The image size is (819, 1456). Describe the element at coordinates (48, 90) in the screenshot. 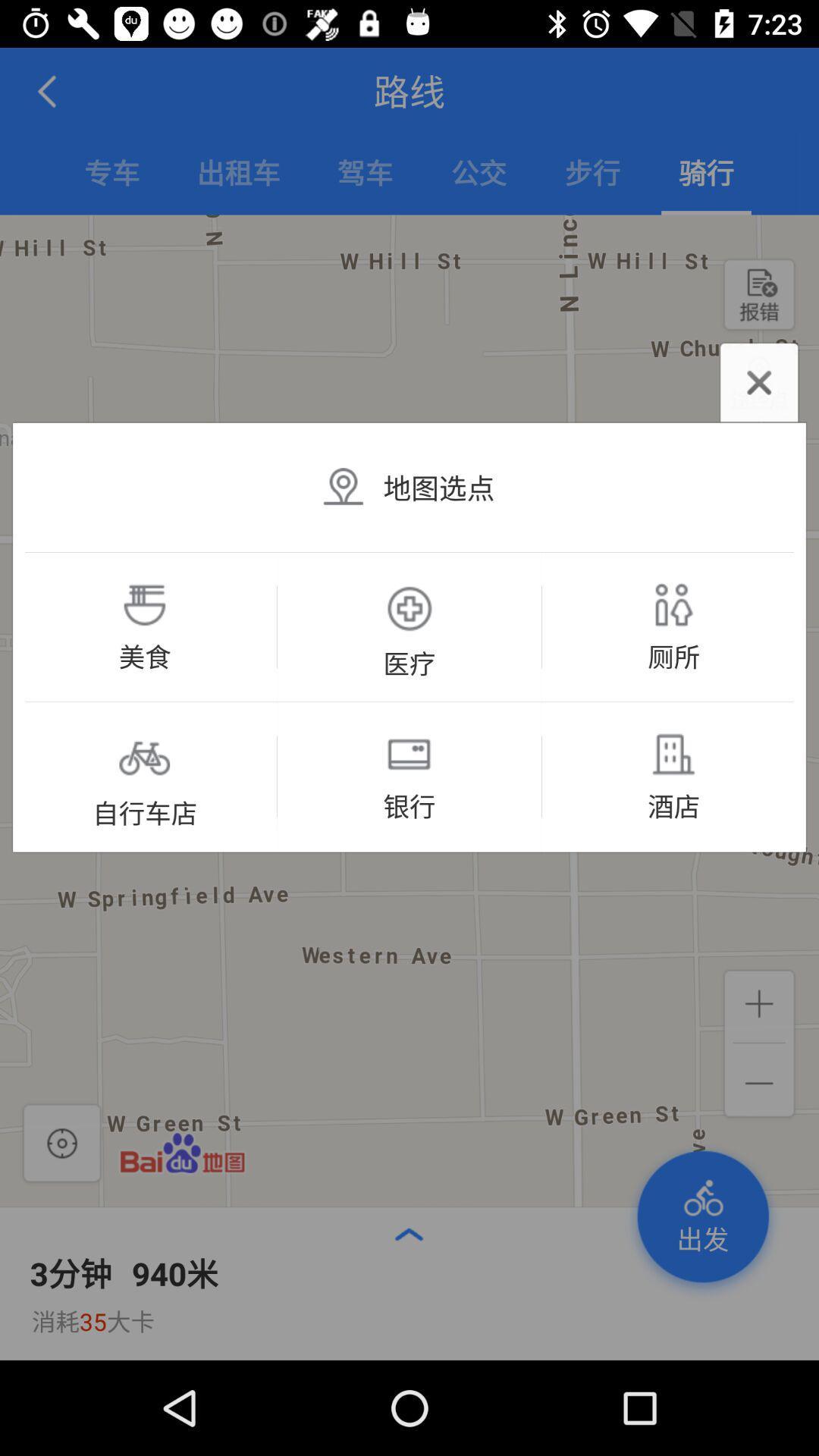

I see `the arrow_backward icon` at that location.